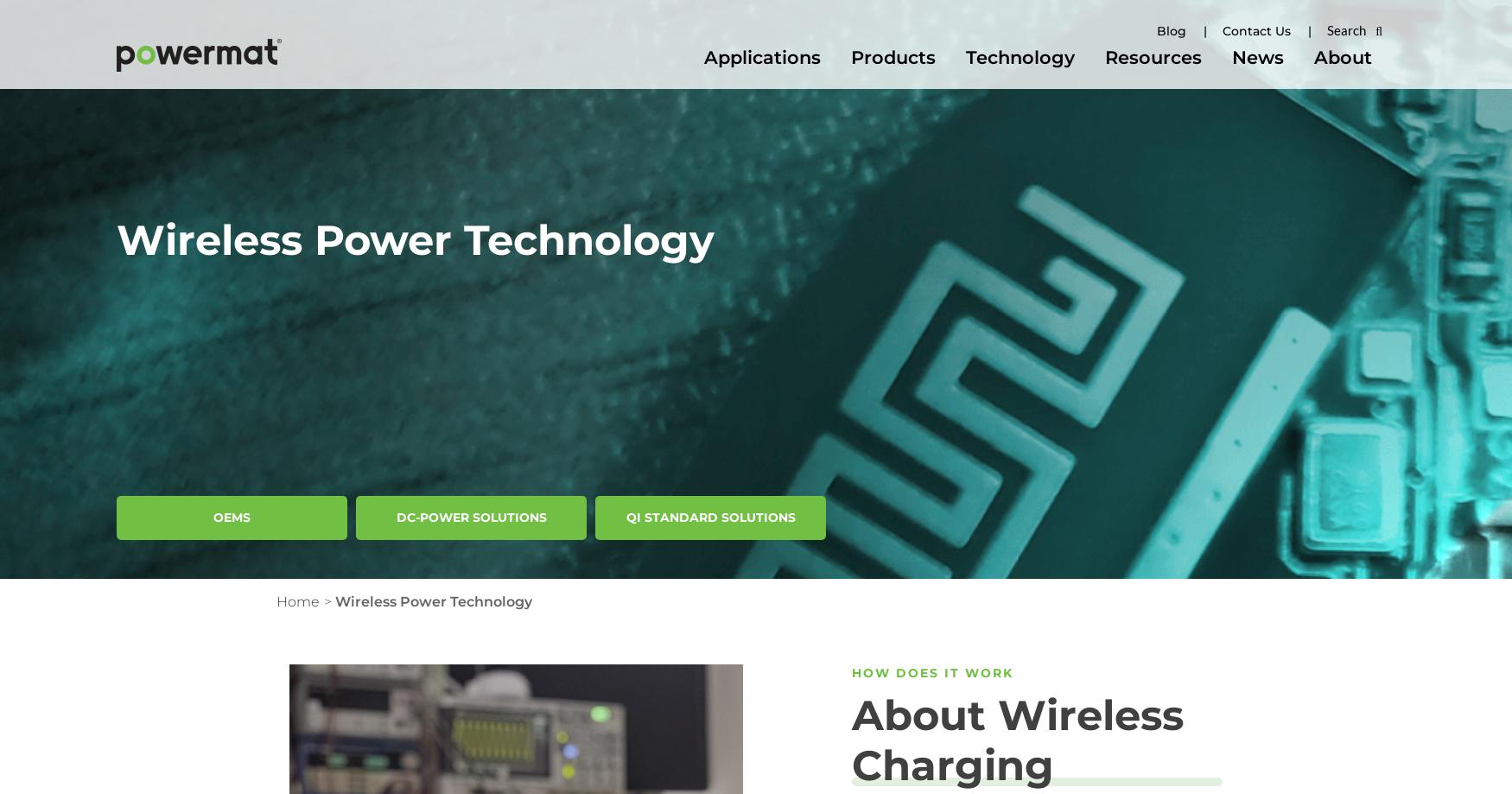 This screenshot has height=794, width=1512. I want to click on 'Technology', so click(1020, 57).